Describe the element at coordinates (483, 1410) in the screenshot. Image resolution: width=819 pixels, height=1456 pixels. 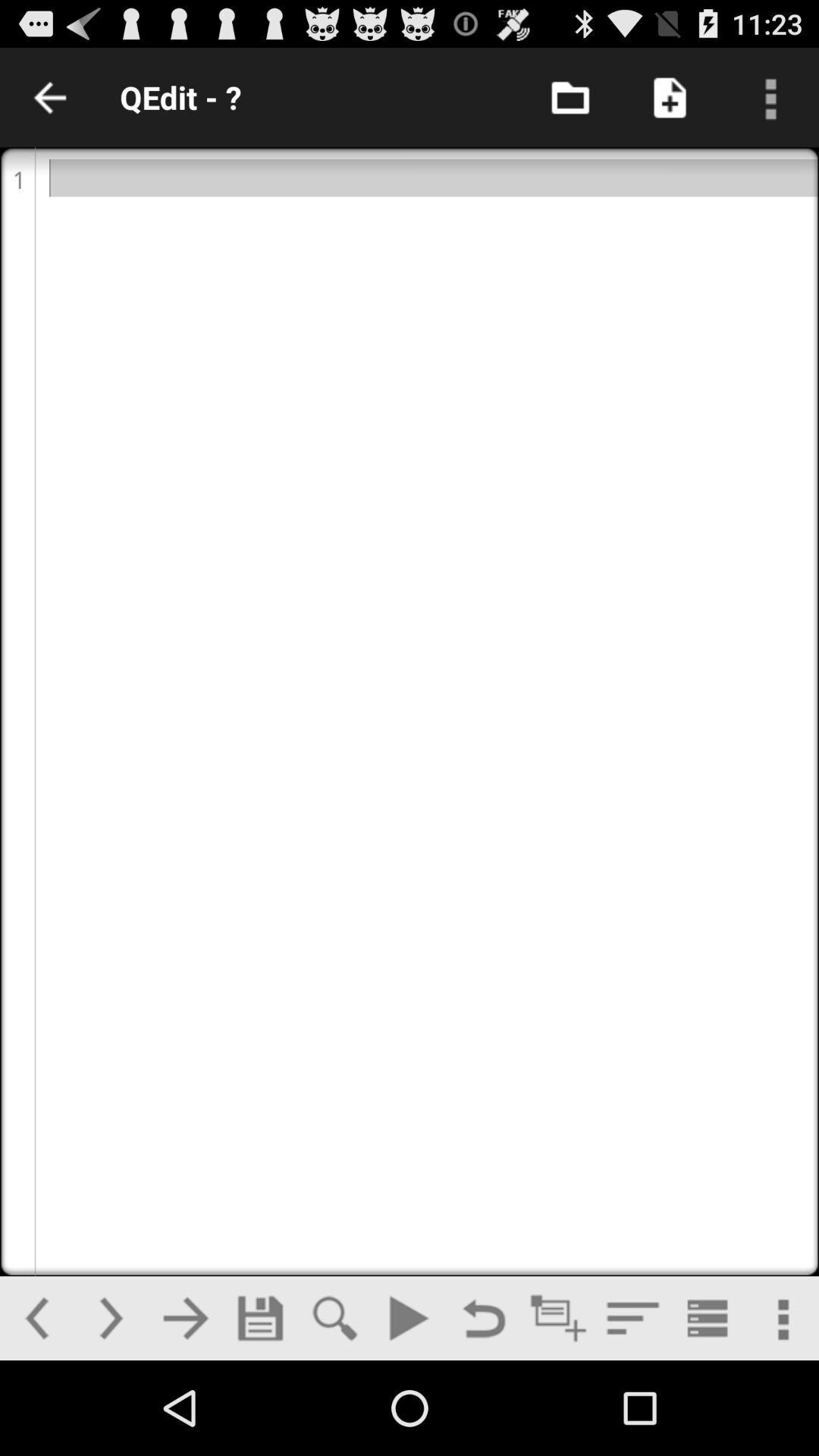
I see `the undo icon` at that location.